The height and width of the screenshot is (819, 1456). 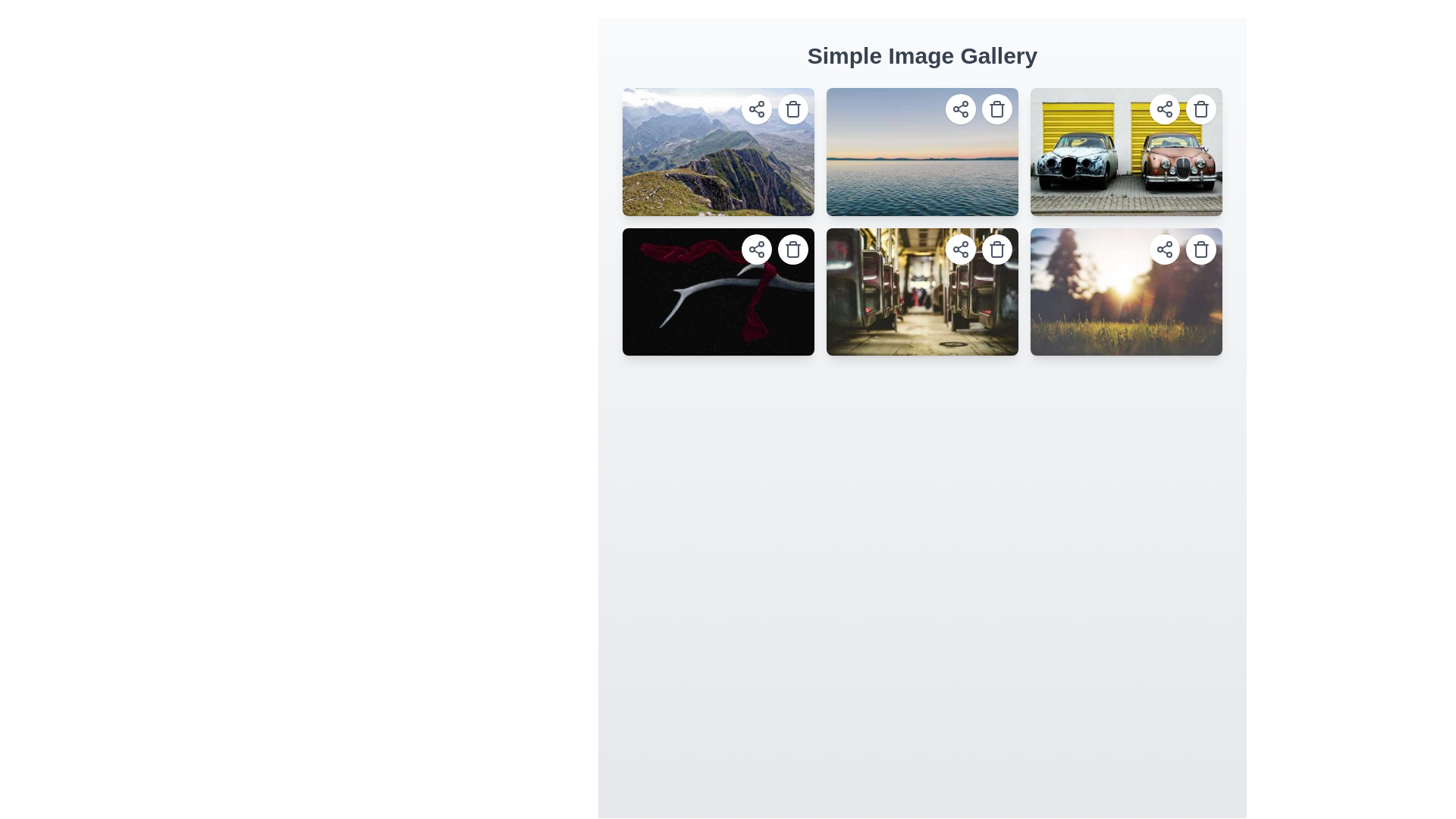 What do you see at coordinates (757, 108) in the screenshot?
I see `the sharing SVG icon located in the top-right corner of the image, which is part of a circular button with a white background and shadow` at bounding box center [757, 108].